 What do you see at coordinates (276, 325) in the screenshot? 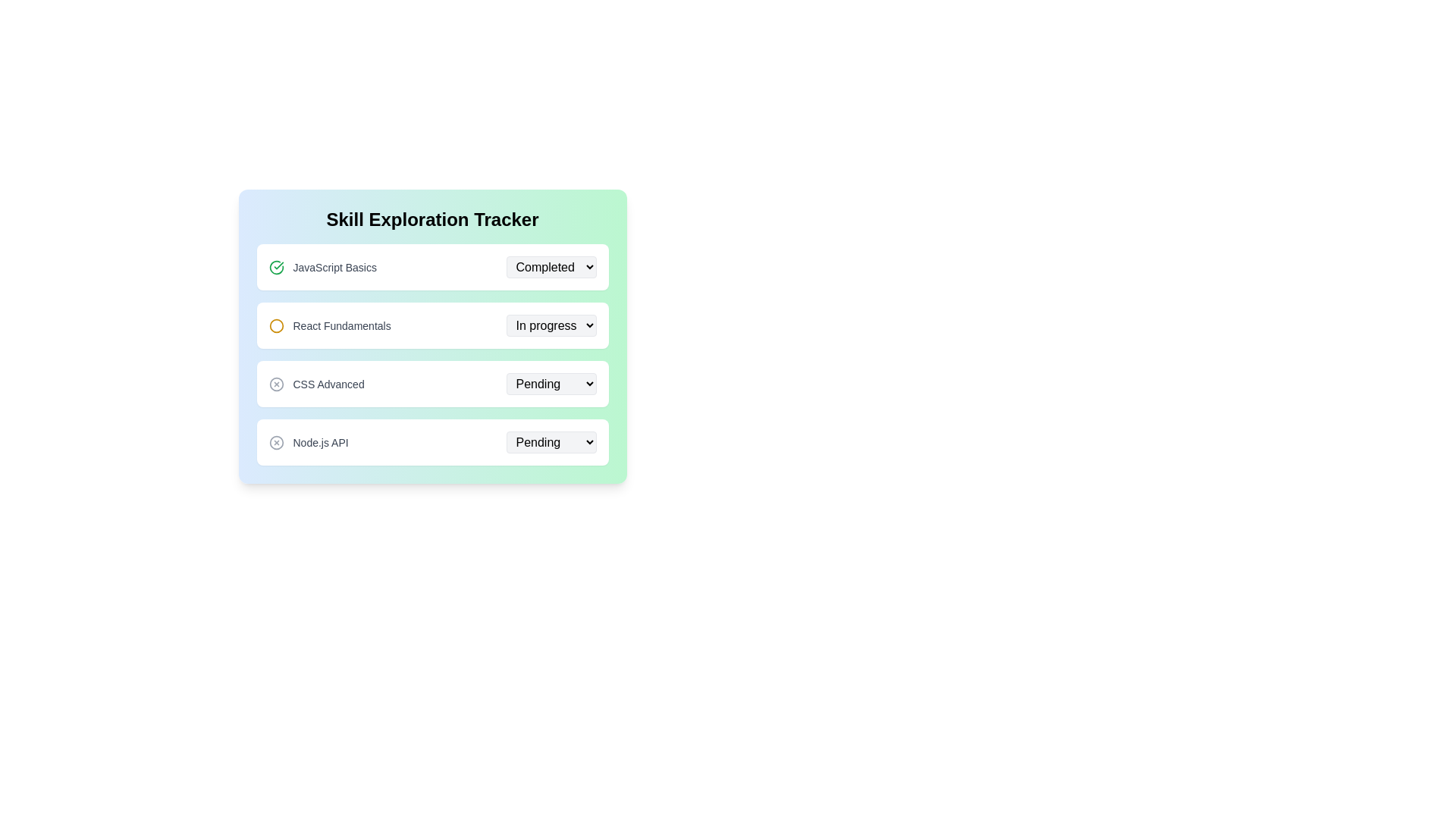
I see `the yellowish circular Status indicator located to the left of the text 'React Fundamentals' in the grid-like structure` at bounding box center [276, 325].